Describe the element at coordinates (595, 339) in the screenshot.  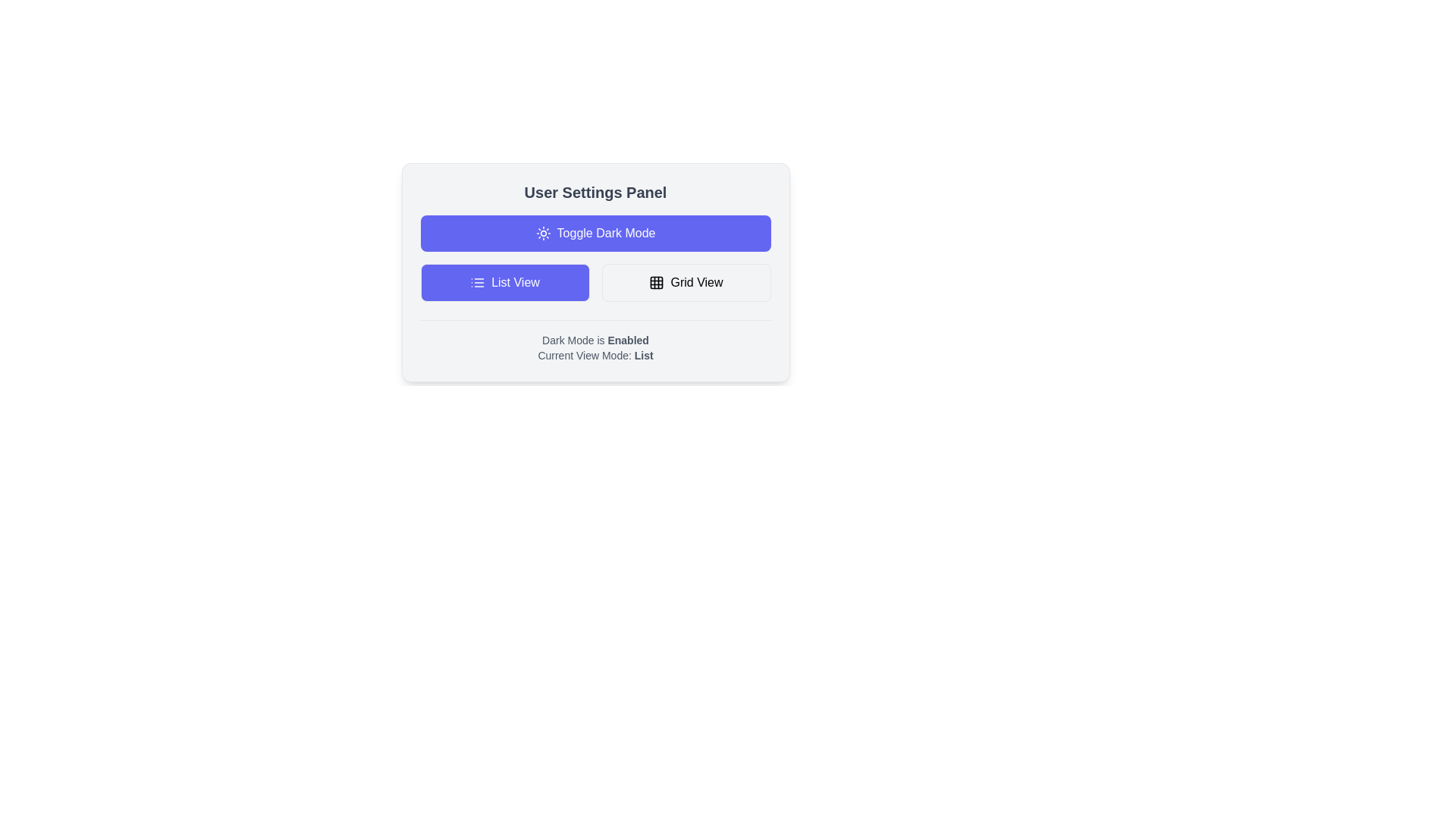
I see `the text label that reads 'Dark Mode is Enabled', styled in gray with emphasis on 'Enabled', located in the User Settings Panel` at that location.